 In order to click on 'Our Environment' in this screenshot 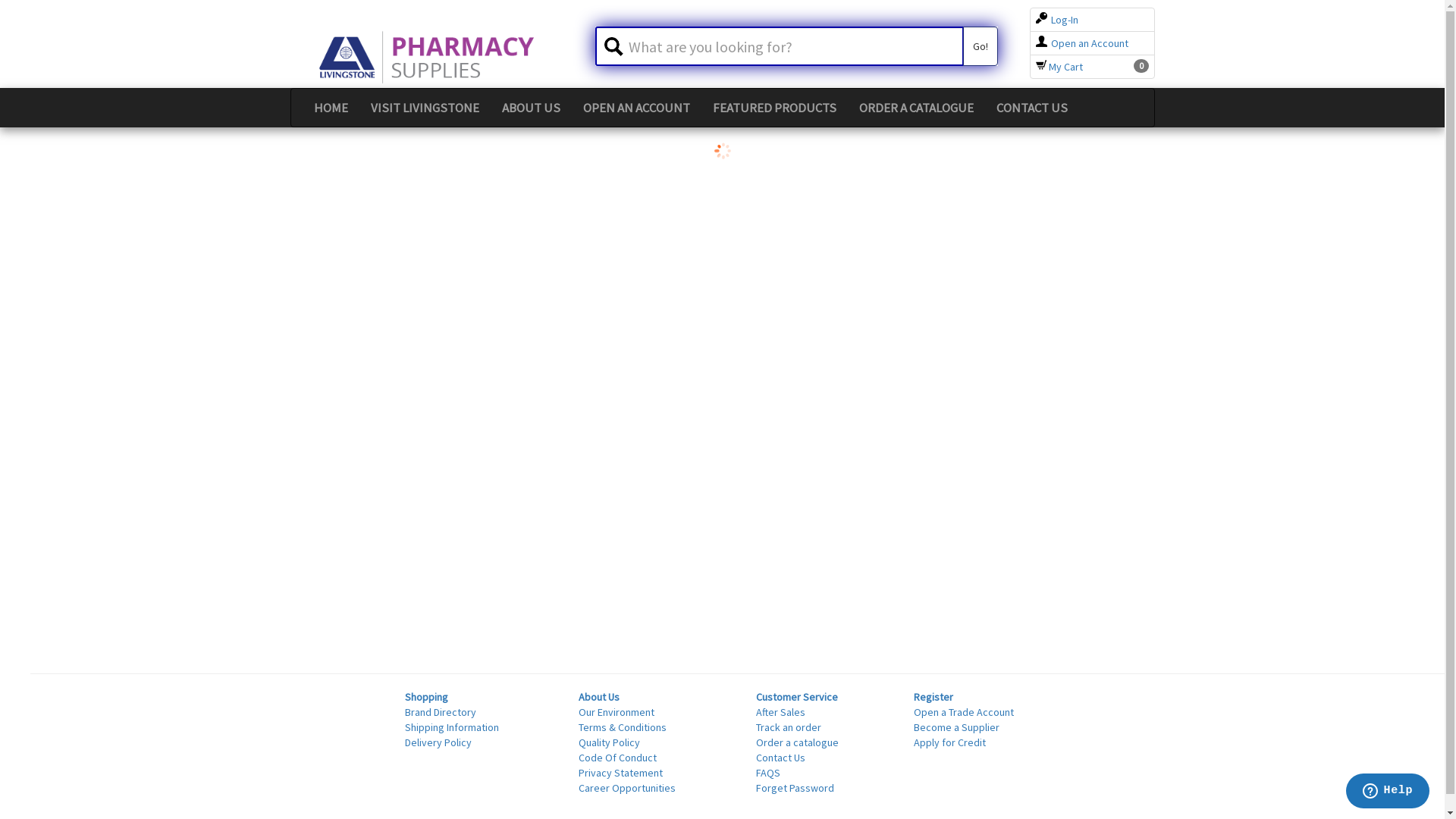, I will do `click(616, 711)`.